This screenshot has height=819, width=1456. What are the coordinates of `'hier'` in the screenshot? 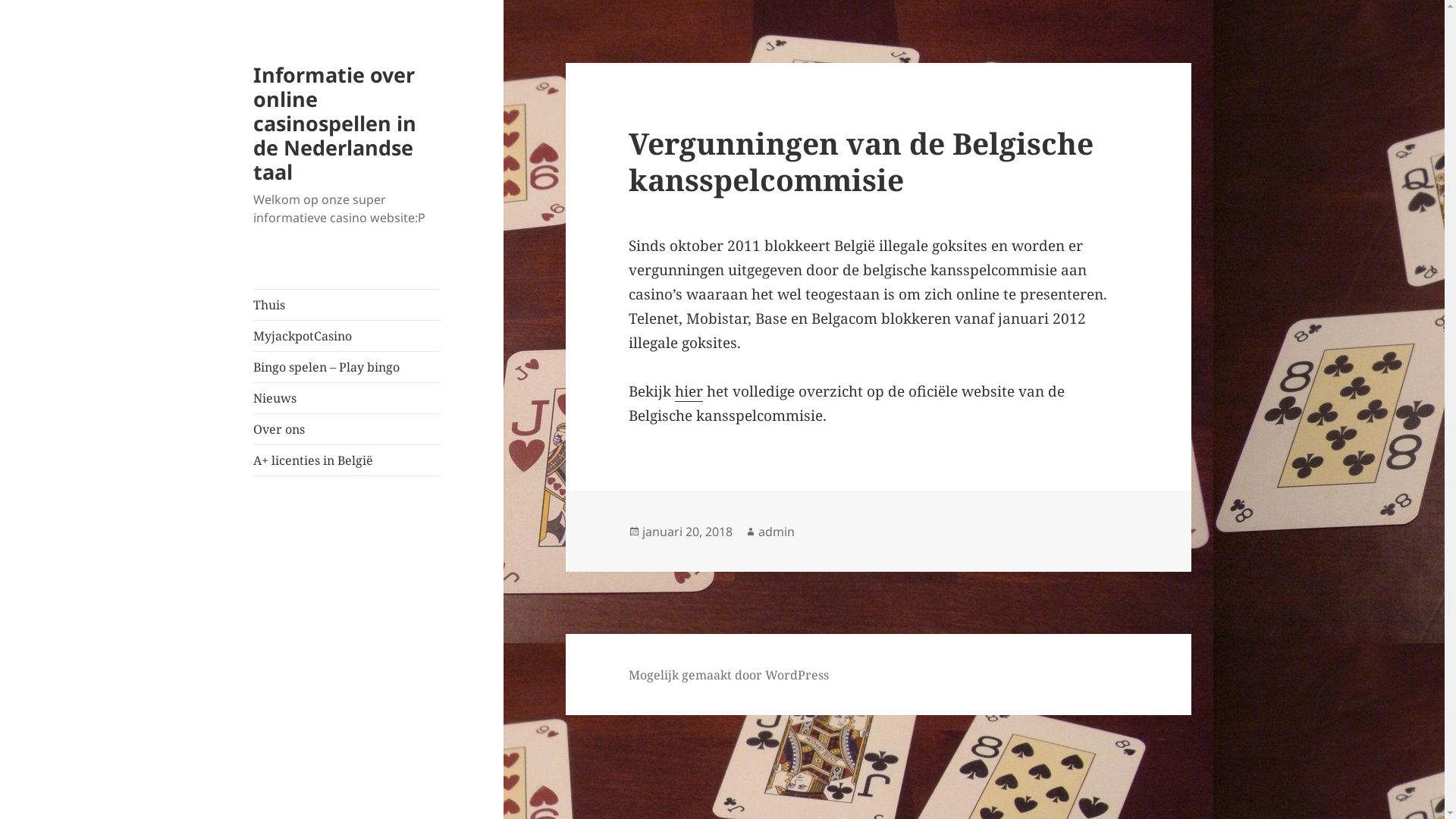 It's located at (688, 391).